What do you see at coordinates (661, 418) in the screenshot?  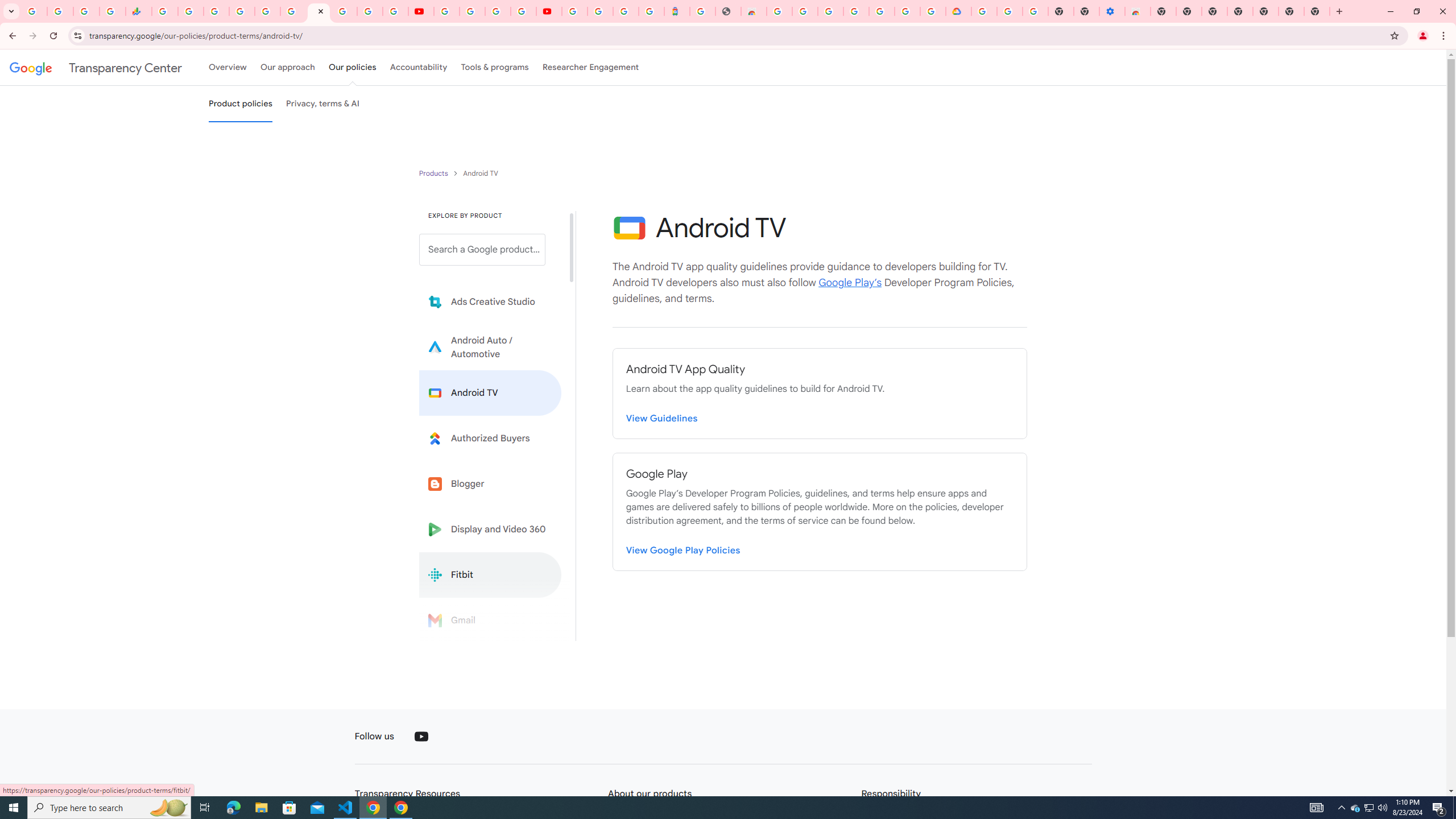 I see `'View Guidelines'` at bounding box center [661, 418].